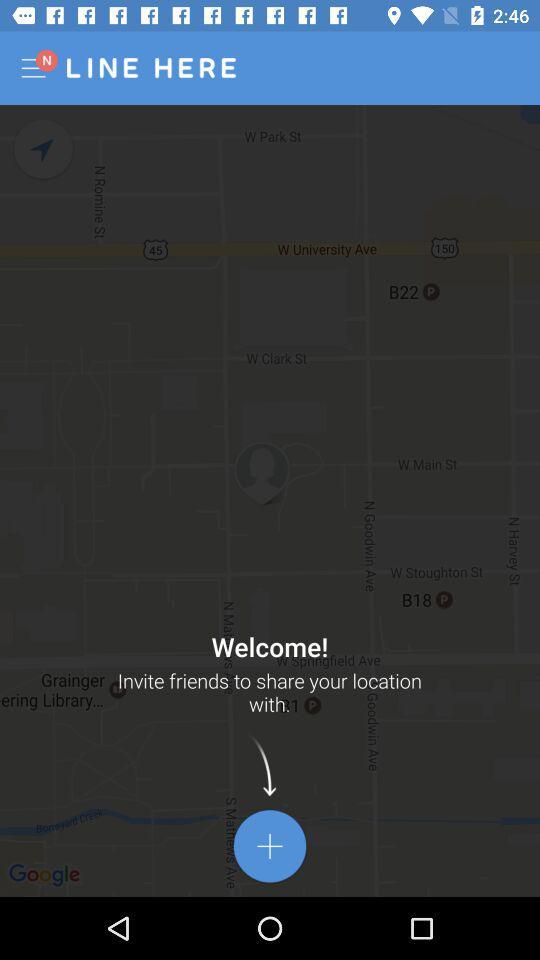 The height and width of the screenshot is (960, 540). What do you see at coordinates (44, 148) in the screenshot?
I see `directional indicator button` at bounding box center [44, 148].